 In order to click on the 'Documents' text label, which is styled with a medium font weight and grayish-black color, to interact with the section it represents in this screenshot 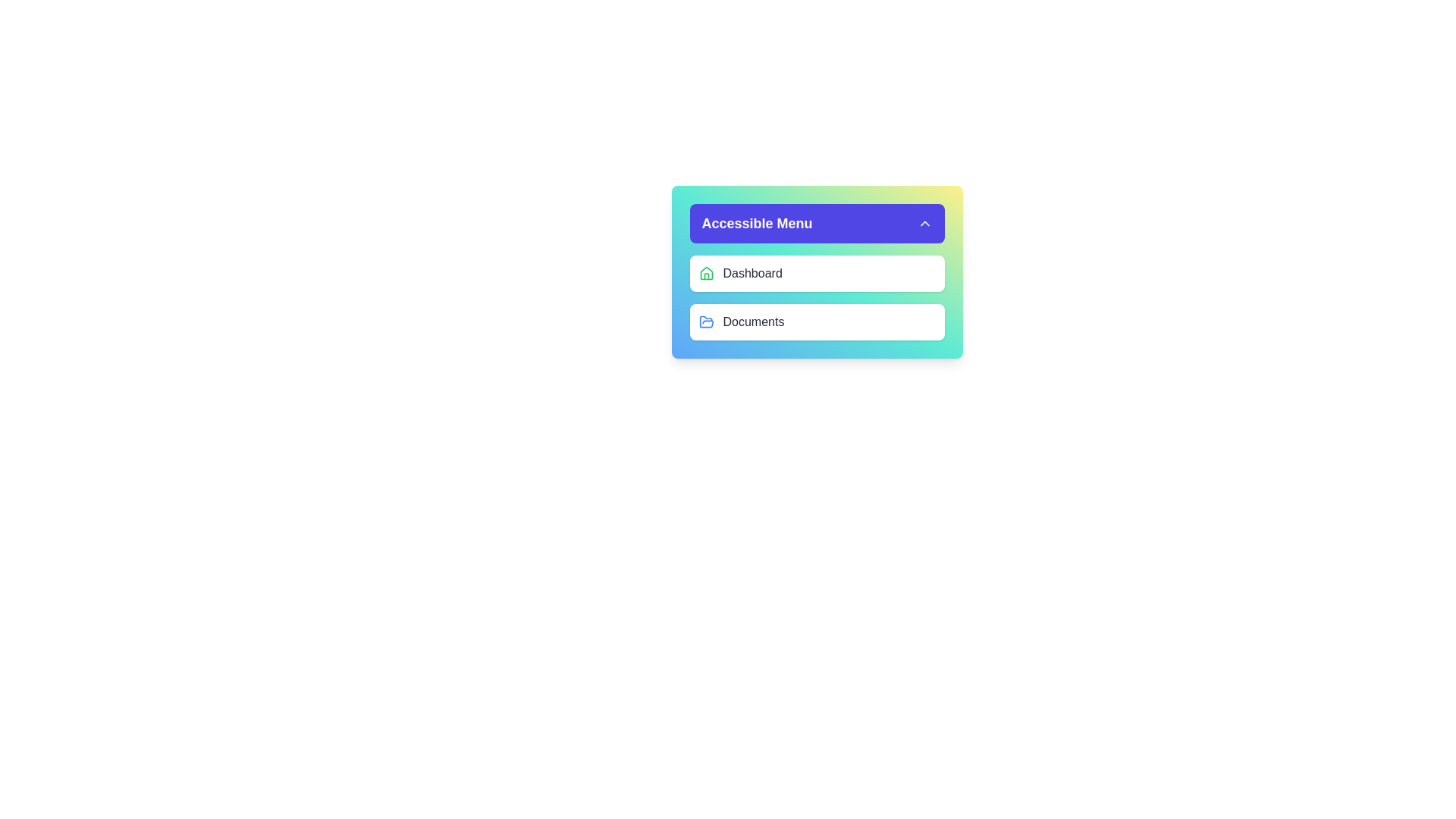, I will do `click(753, 321)`.